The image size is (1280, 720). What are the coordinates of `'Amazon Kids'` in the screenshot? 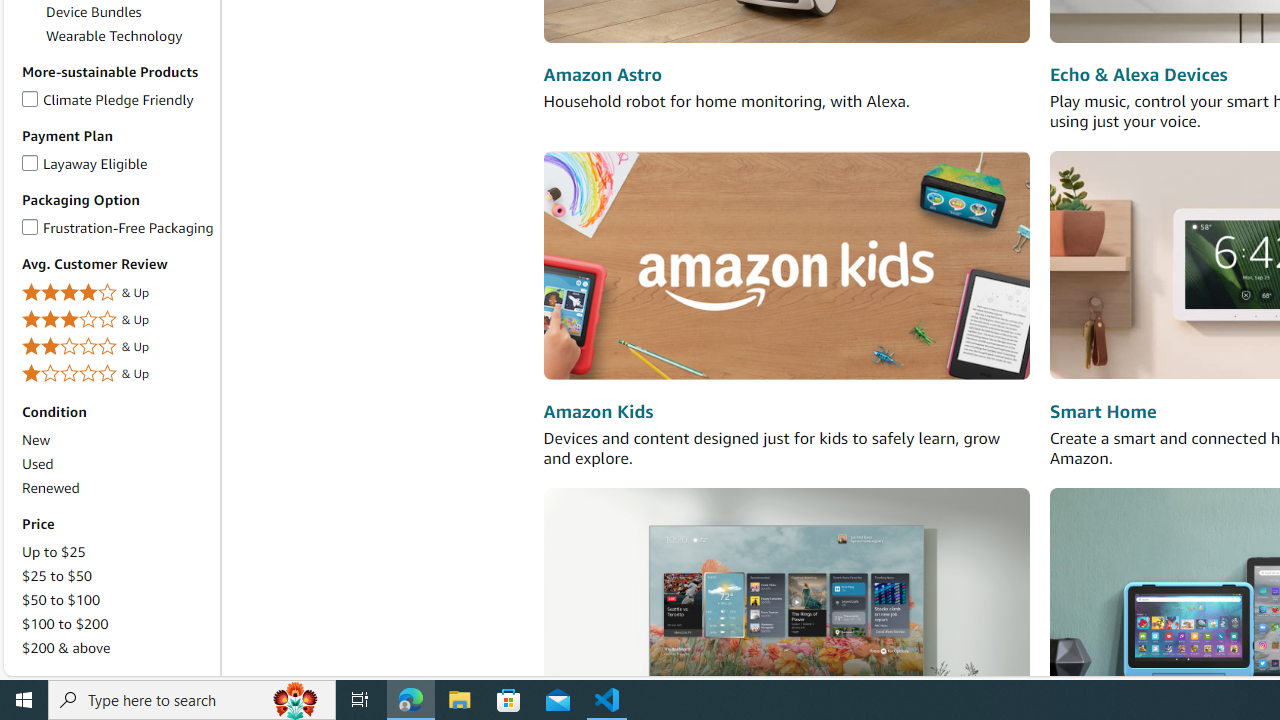 It's located at (597, 410).